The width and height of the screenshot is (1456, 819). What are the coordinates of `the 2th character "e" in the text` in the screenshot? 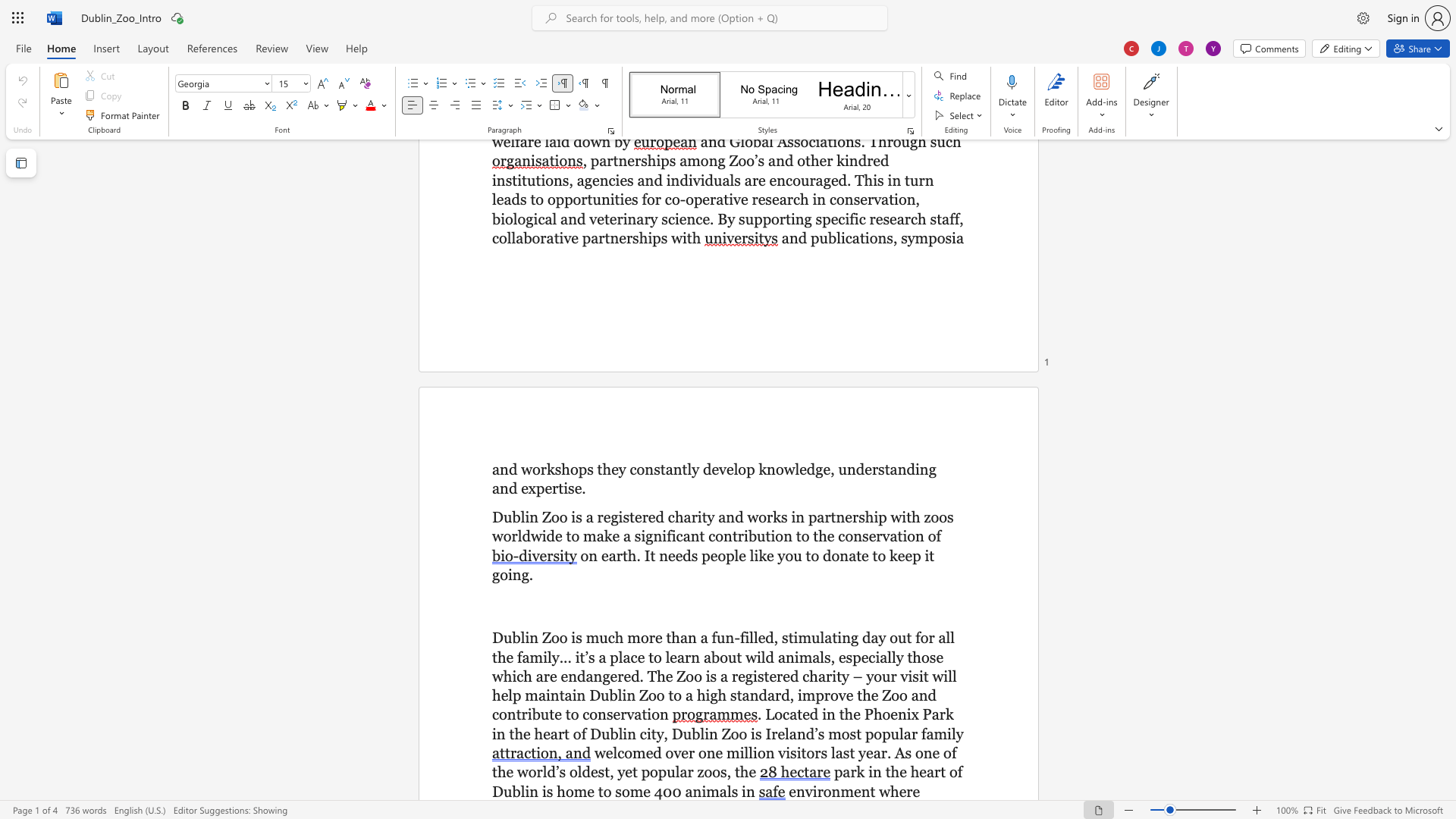 It's located at (670, 555).